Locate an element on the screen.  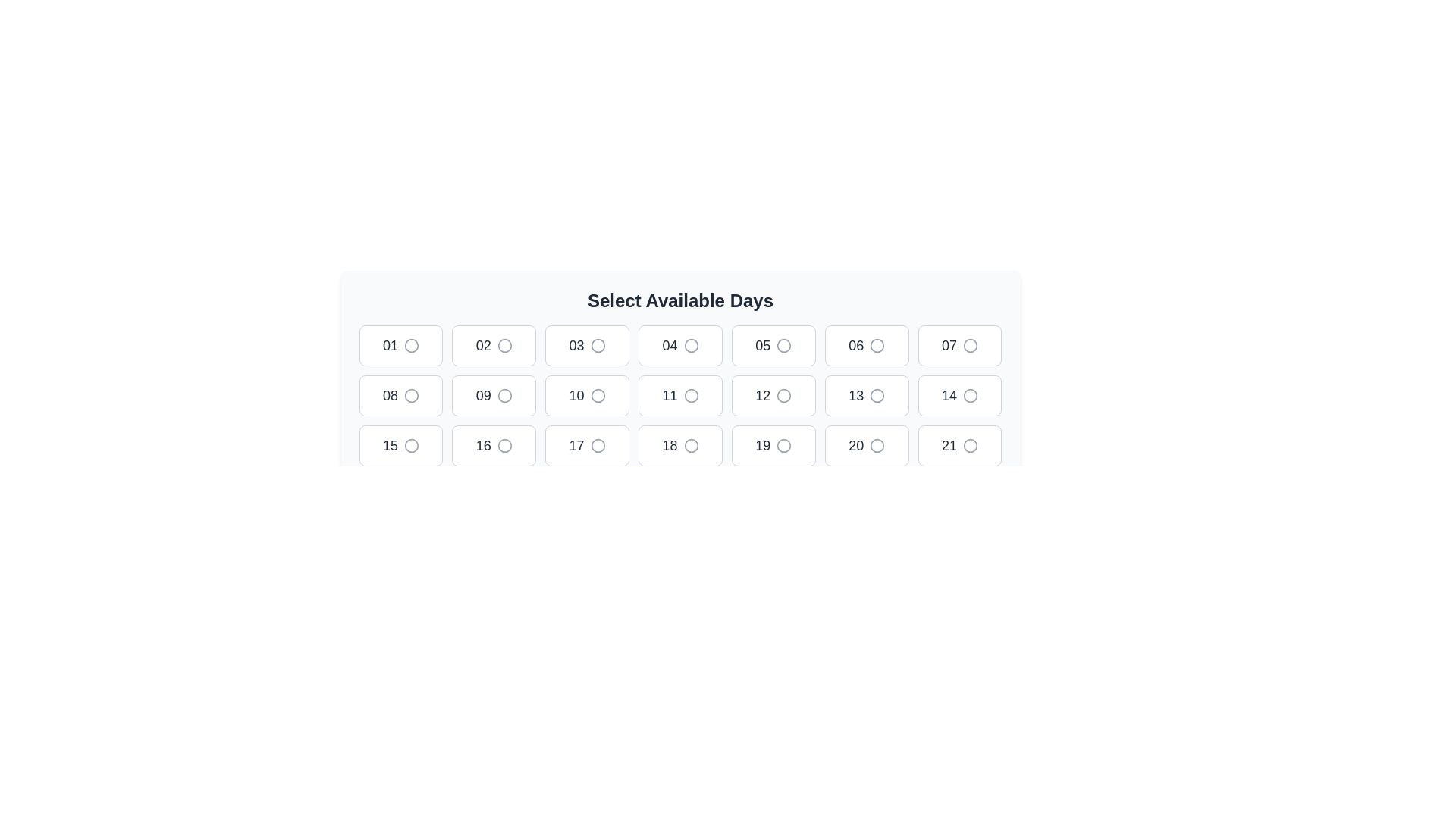
the radio button displaying '20' in bold, which is the sixth element is located at coordinates (867, 444).